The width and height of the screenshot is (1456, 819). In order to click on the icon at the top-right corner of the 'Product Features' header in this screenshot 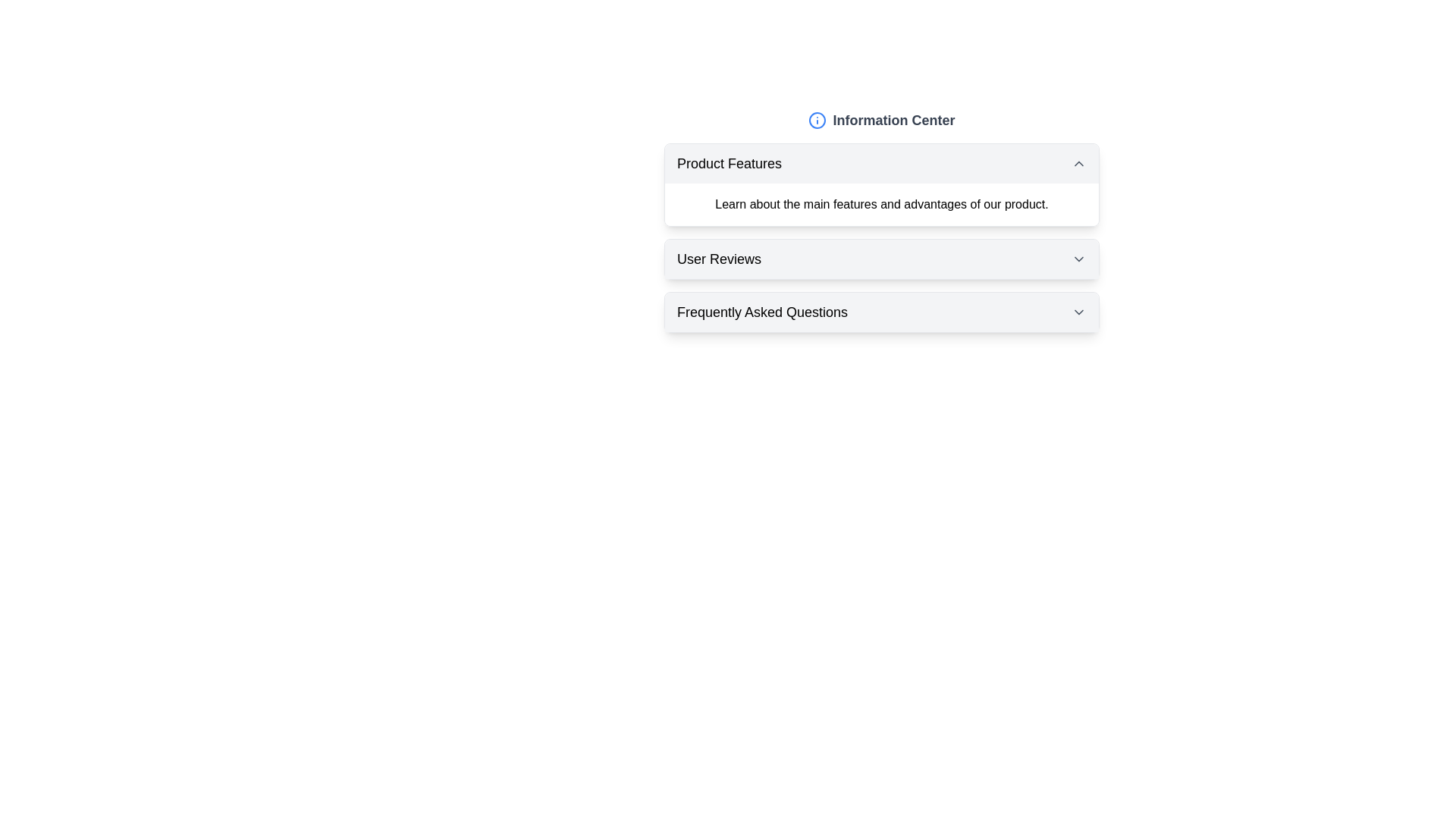, I will do `click(1078, 164)`.